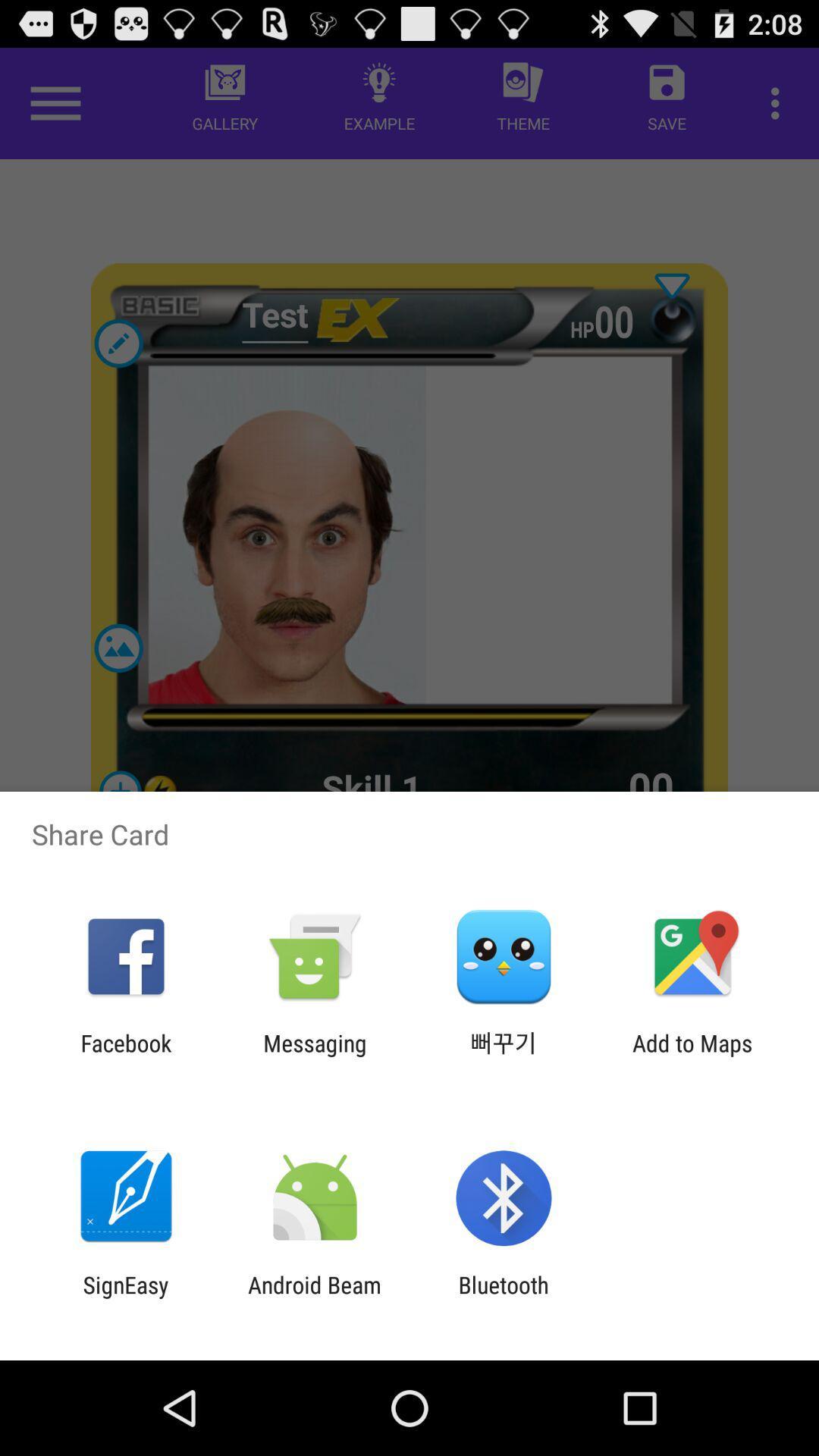 Image resolution: width=819 pixels, height=1456 pixels. What do you see at coordinates (125, 1056) in the screenshot?
I see `the icon to the left of the messaging icon` at bounding box center [125, 1056].